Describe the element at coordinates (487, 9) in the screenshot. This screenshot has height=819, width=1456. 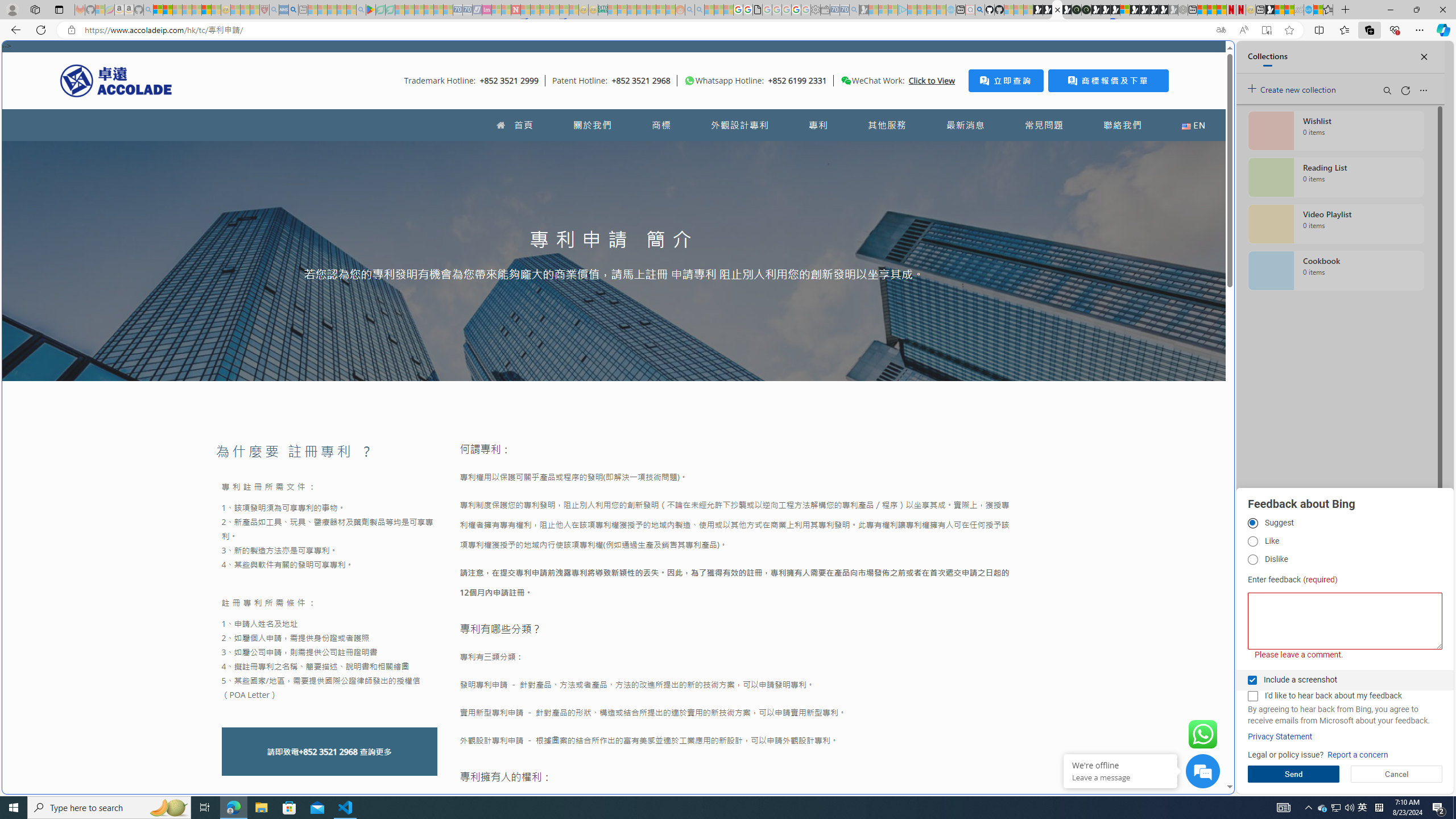
I see `'Jobs - lastminute.com Investor Portal - Sleeping'` at that location.